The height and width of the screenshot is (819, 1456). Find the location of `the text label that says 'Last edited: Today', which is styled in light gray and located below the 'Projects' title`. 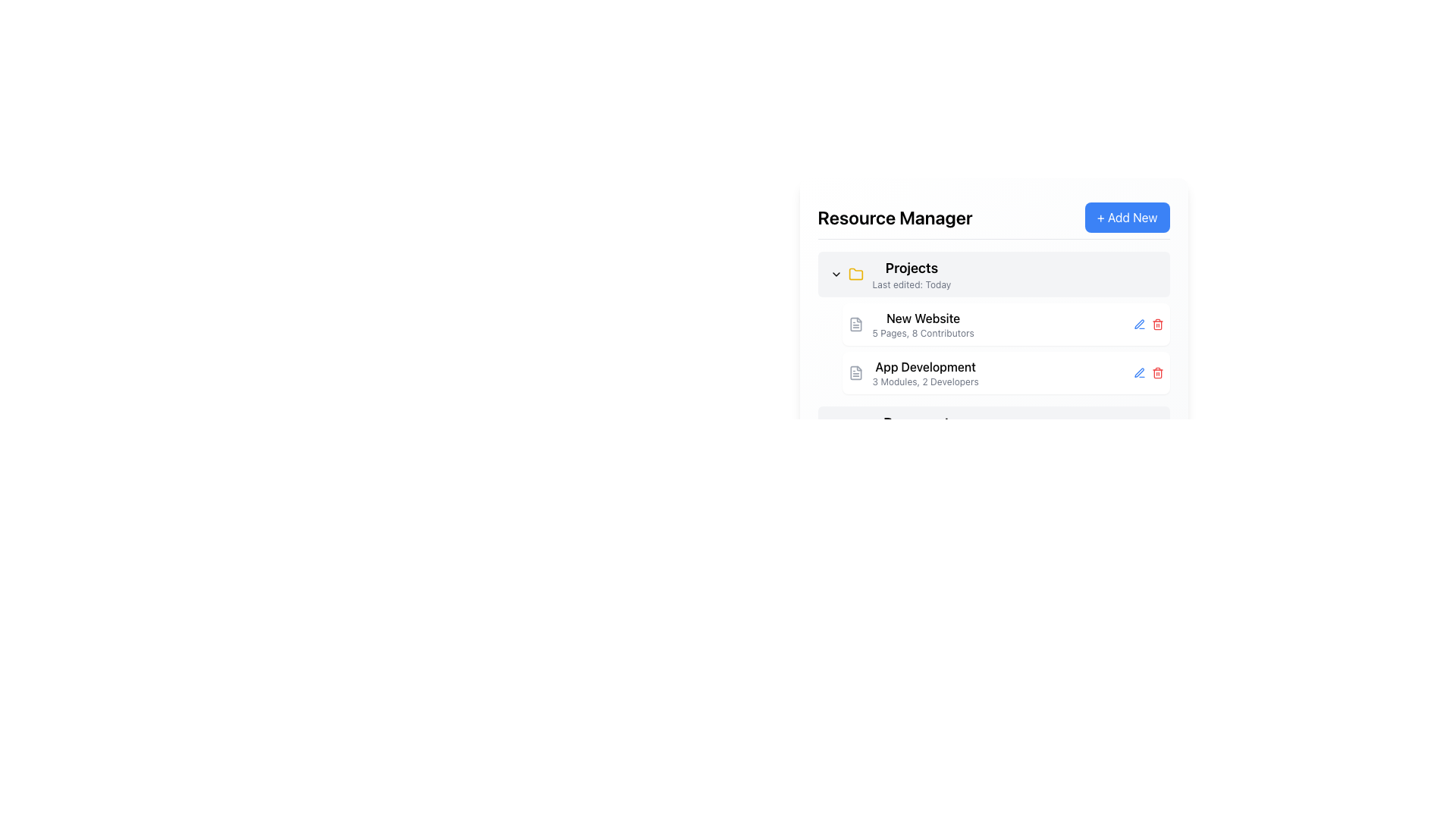

the text label that says 'Last edited: Today', which is styled in light gray and located below the 'Projects' title is located at coordinates (911, 284).